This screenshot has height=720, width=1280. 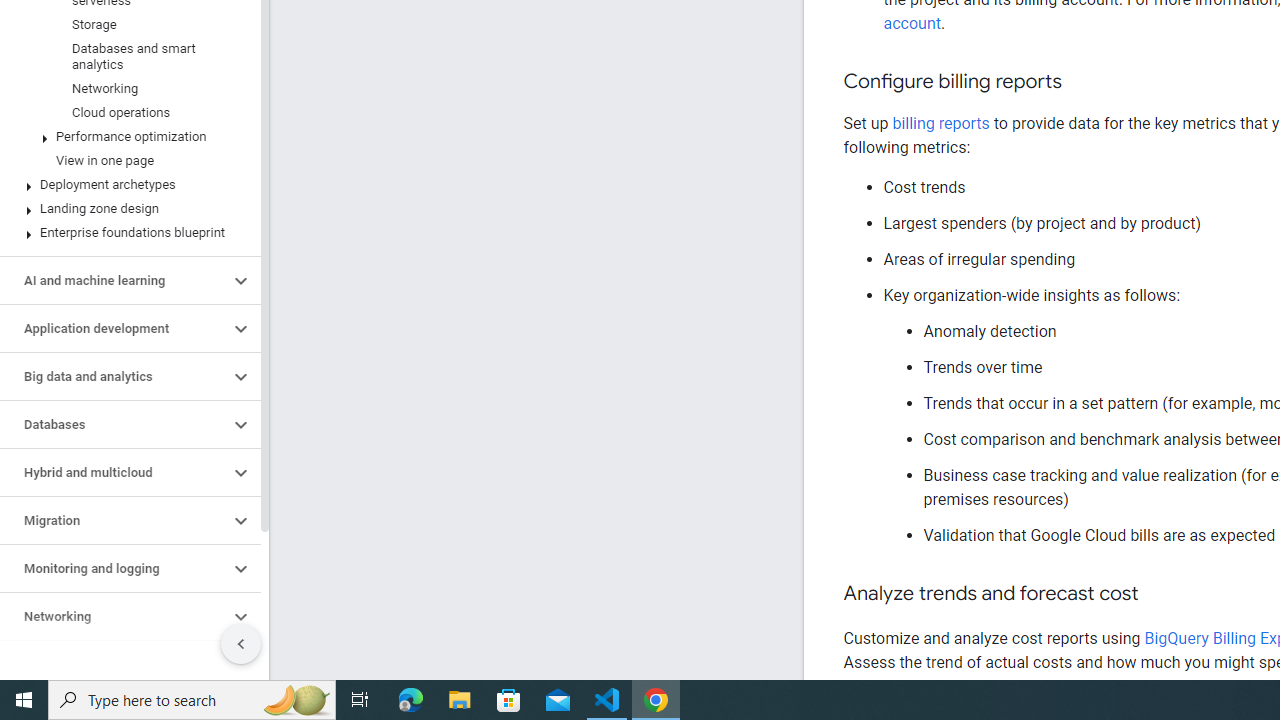 What do you see at coordinates (125, 231) in the screenshot?
I see `'Enterprise foundations blueprint'` at bounding box center [125, 231].